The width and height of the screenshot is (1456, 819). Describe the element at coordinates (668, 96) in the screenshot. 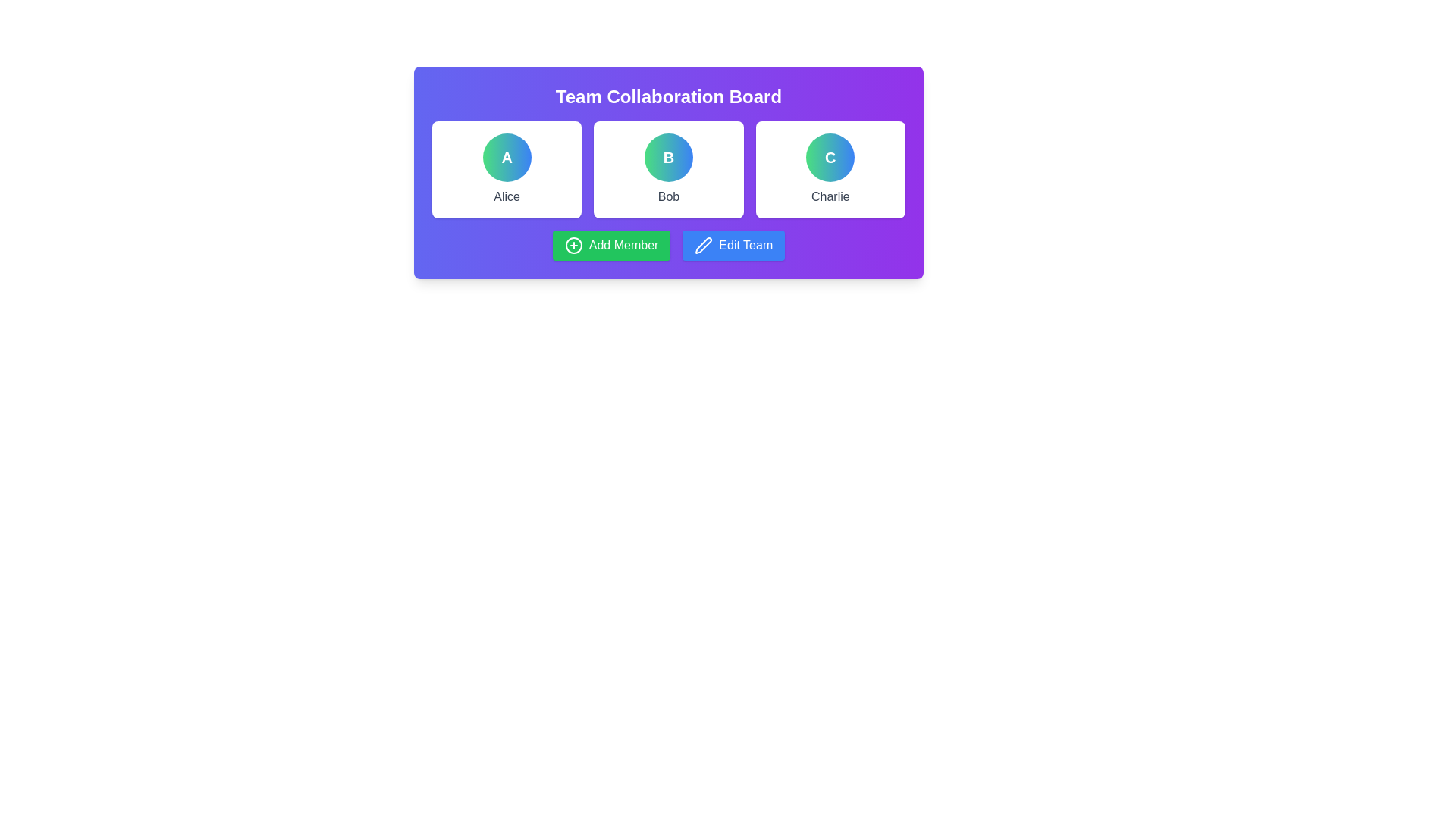

I see `title text element located at the top-center of the card structure above the profile sections labeled 'Alice', 'Bob', and 'Charlie'` at that location.